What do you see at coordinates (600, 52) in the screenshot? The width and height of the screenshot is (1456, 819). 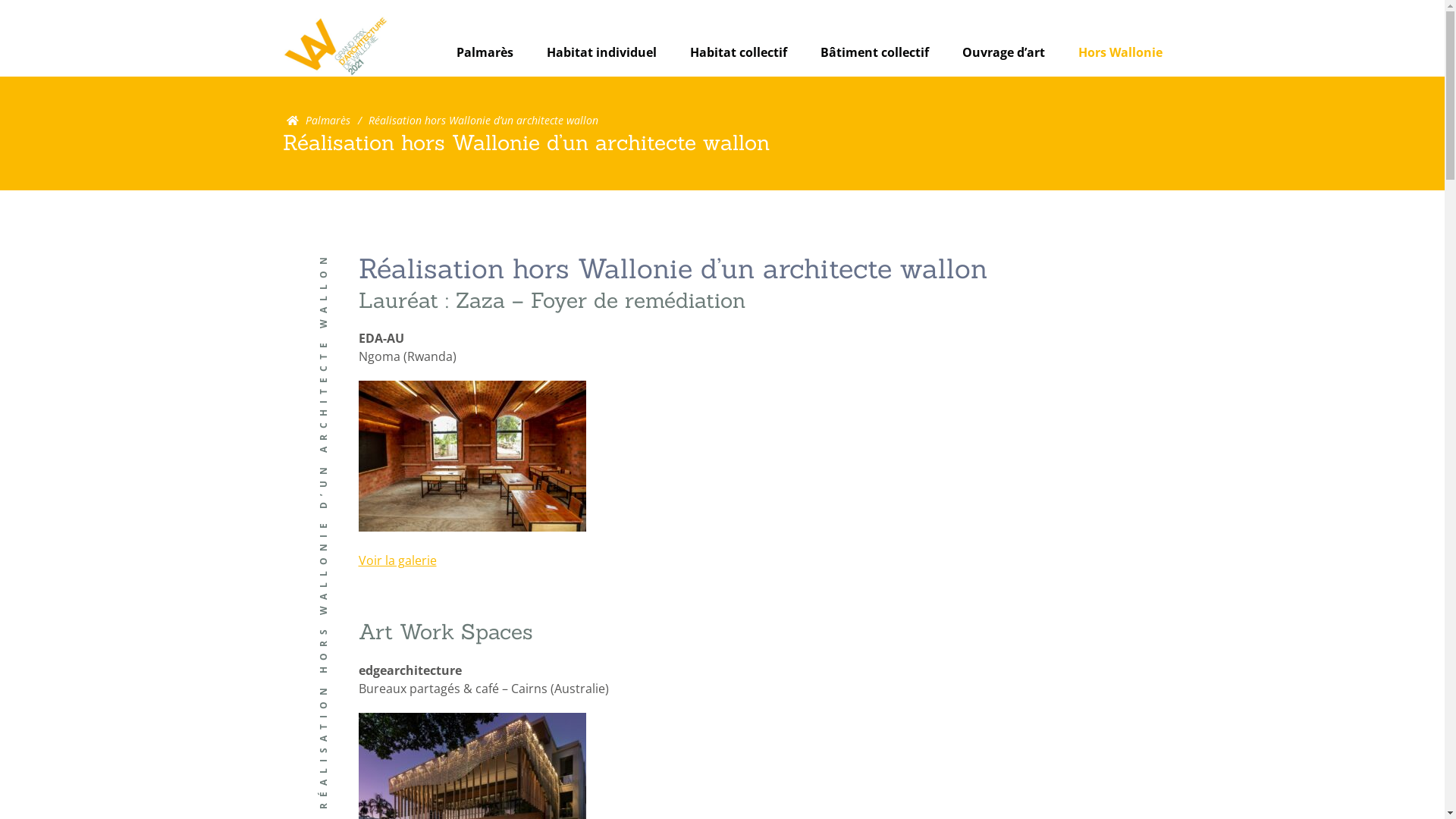 I see `'Habitat individuel'` at bounding box center [600, 52].